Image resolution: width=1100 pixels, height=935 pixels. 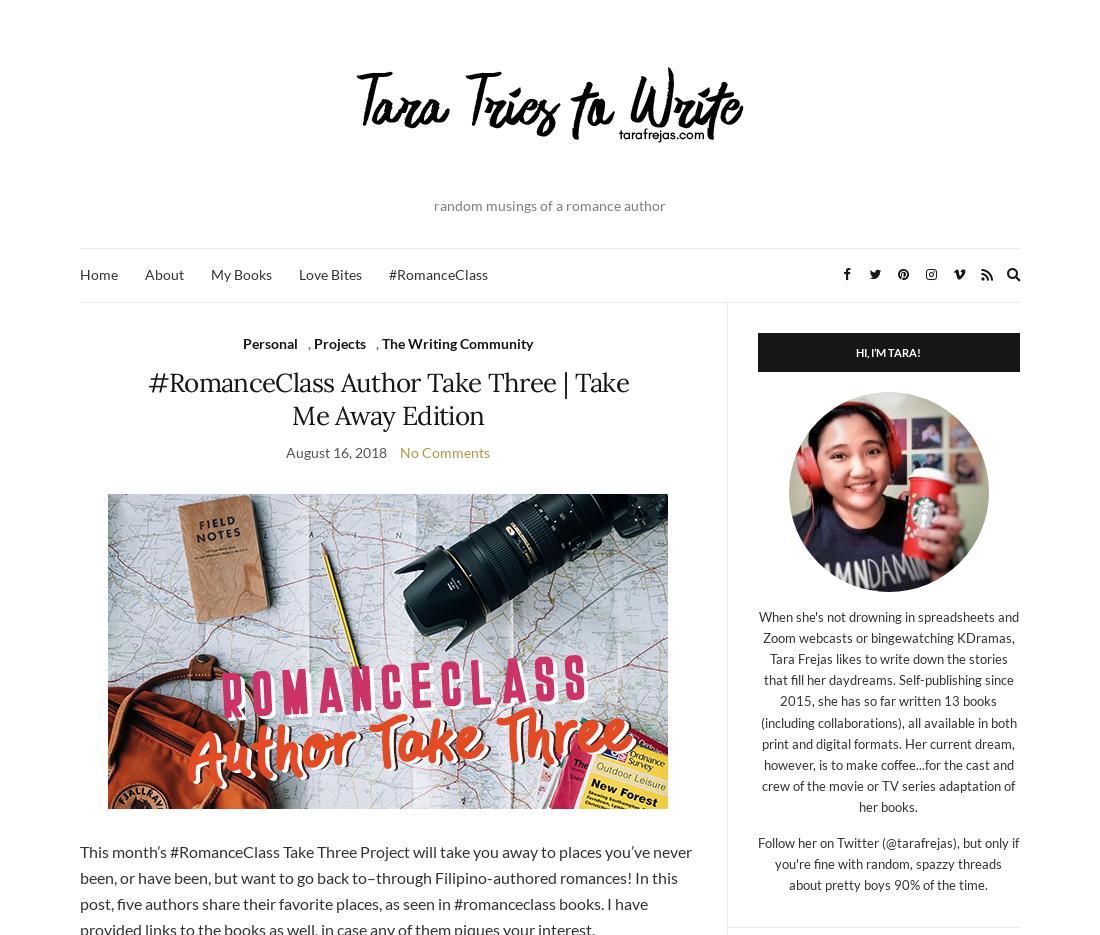 I want to click on 'No Comments', so click(x=443, y=450).